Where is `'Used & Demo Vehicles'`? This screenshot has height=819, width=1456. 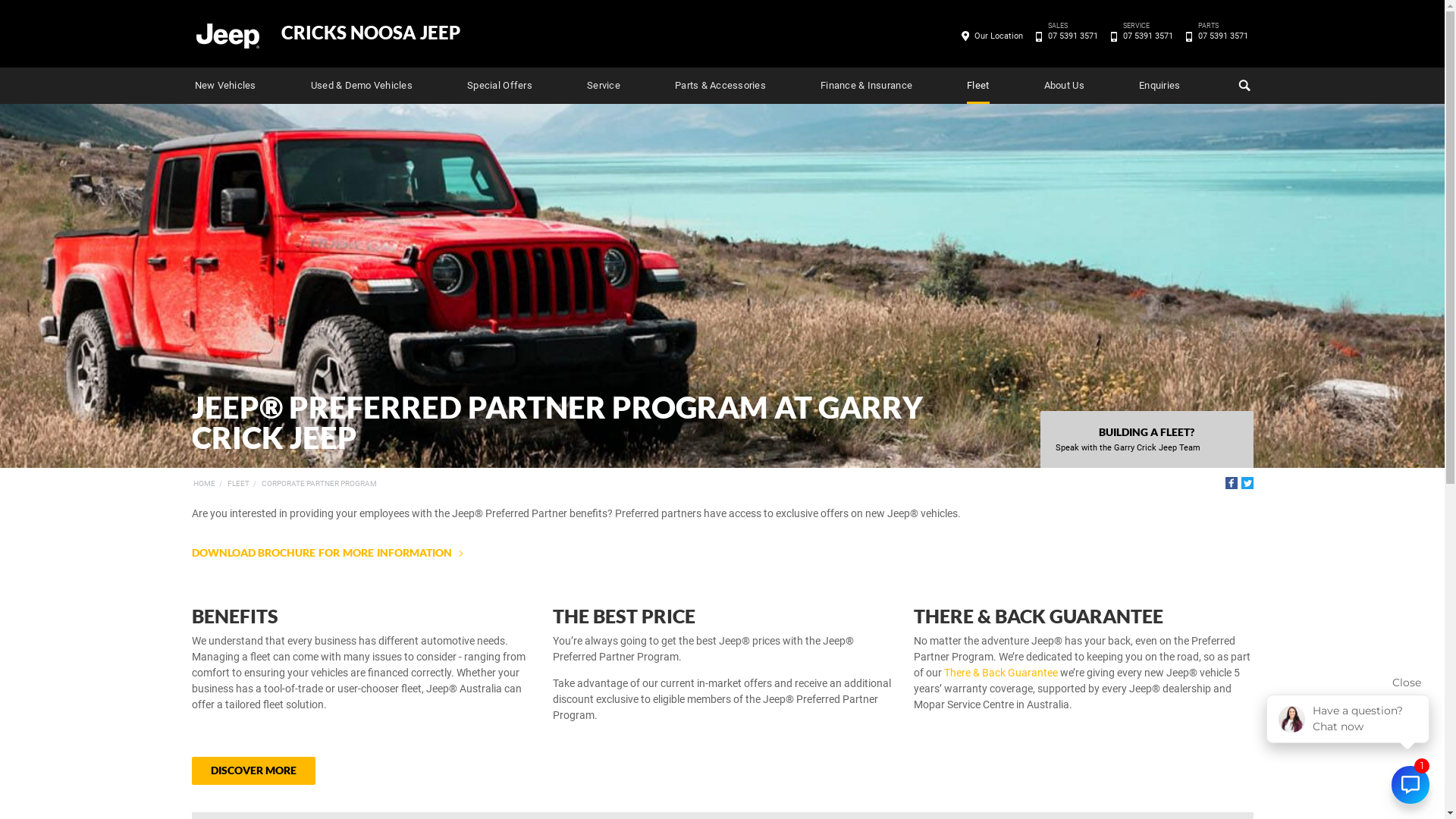
'Used & Demo Vehicles' is located at coordinates (360, 85).